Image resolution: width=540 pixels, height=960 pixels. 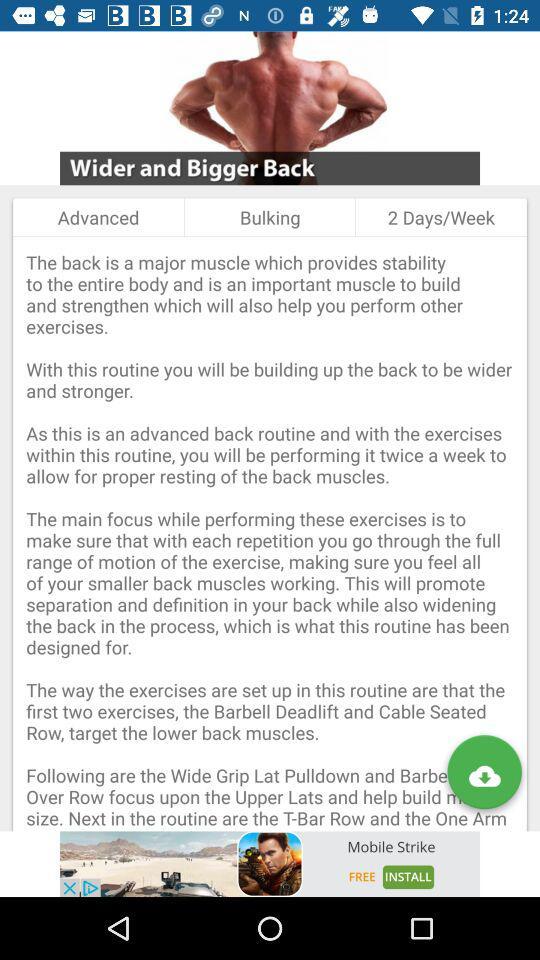 What do you see at coordinates (270, 217) in the screenshot?
I see `the item above the back is icon` at bounding box center [270, 217].